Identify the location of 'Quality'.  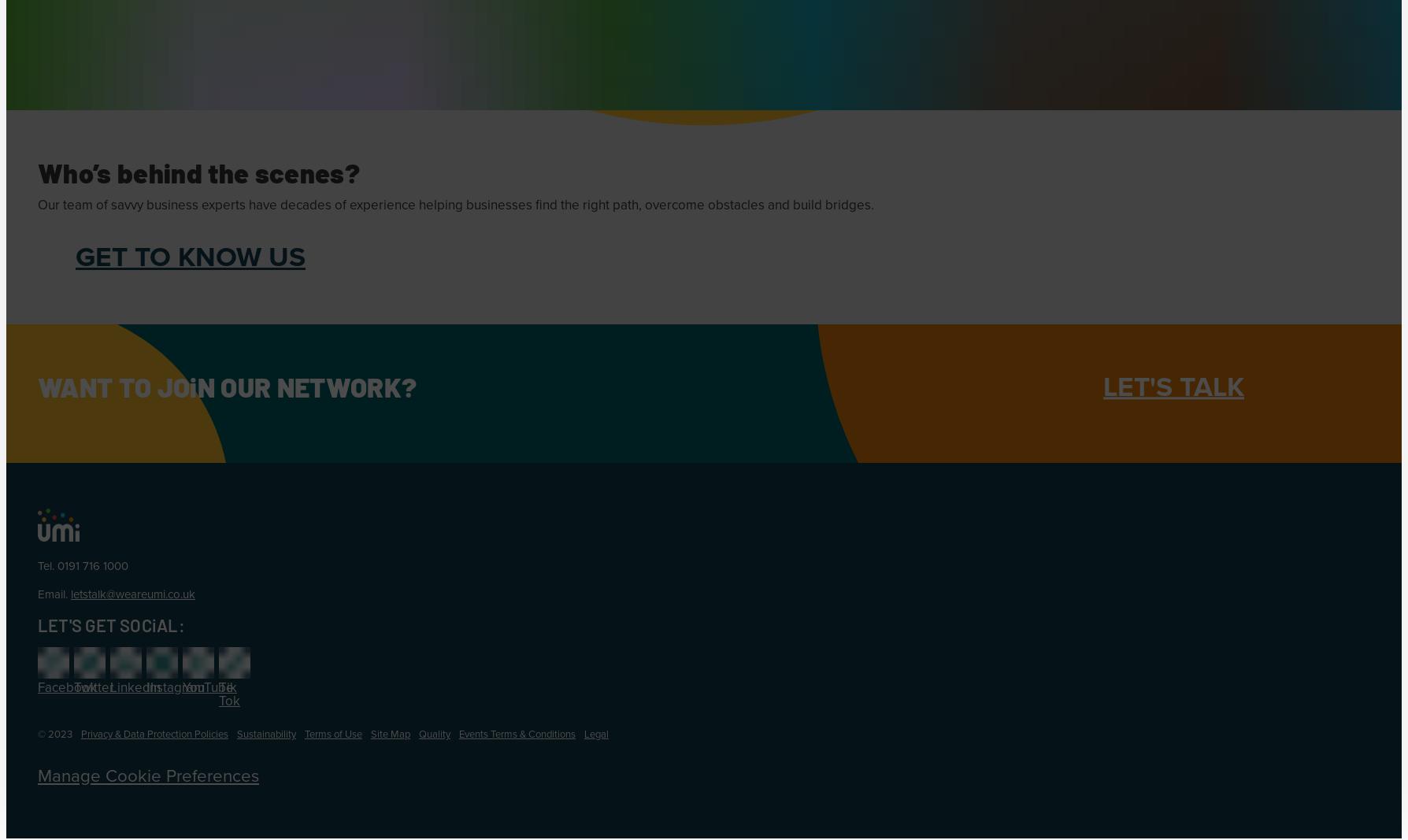
(434, 734).